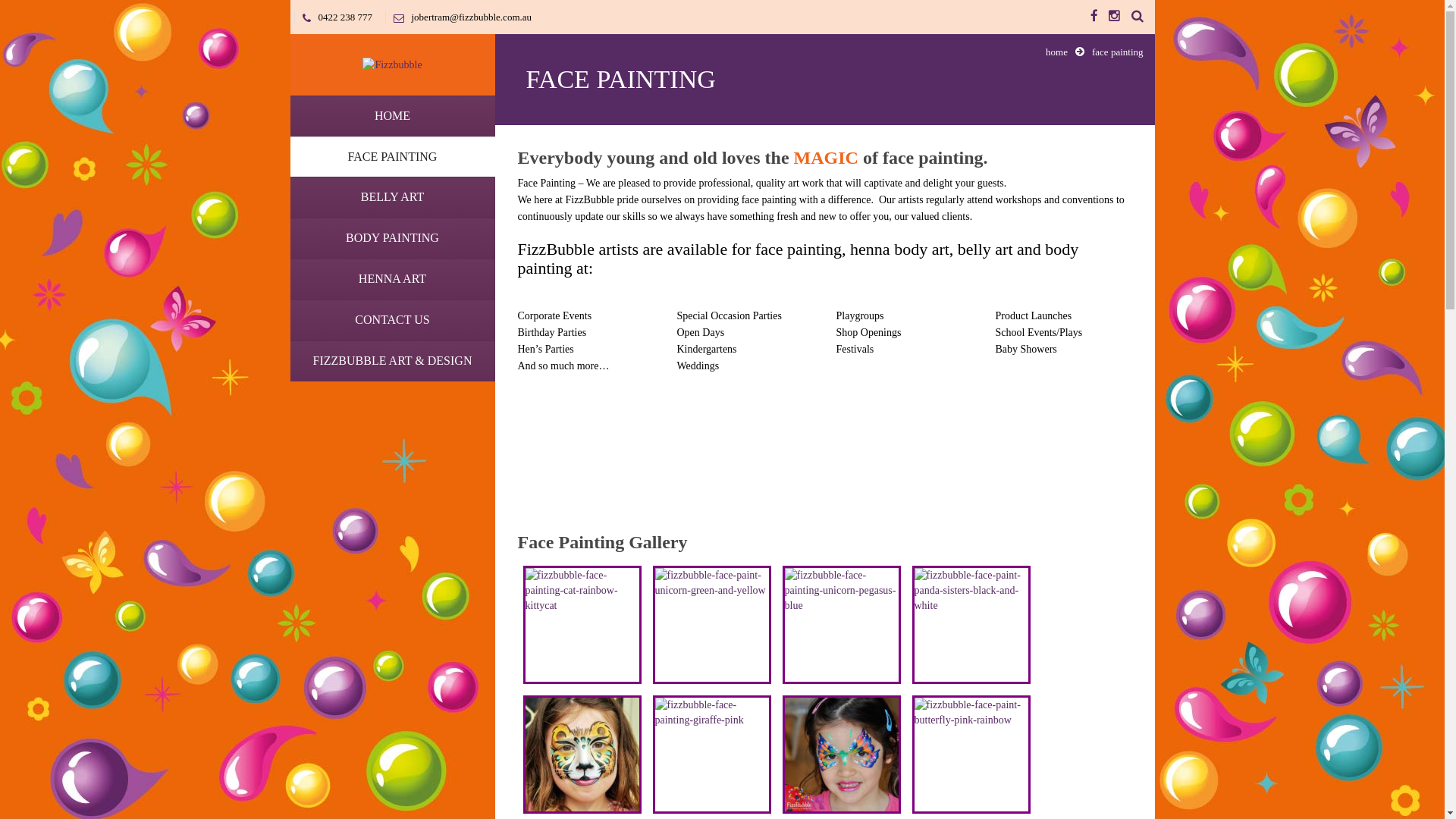 This screenshot has width=1456, height=819. I want to click on 'BELLY ART', so click(392, 196).